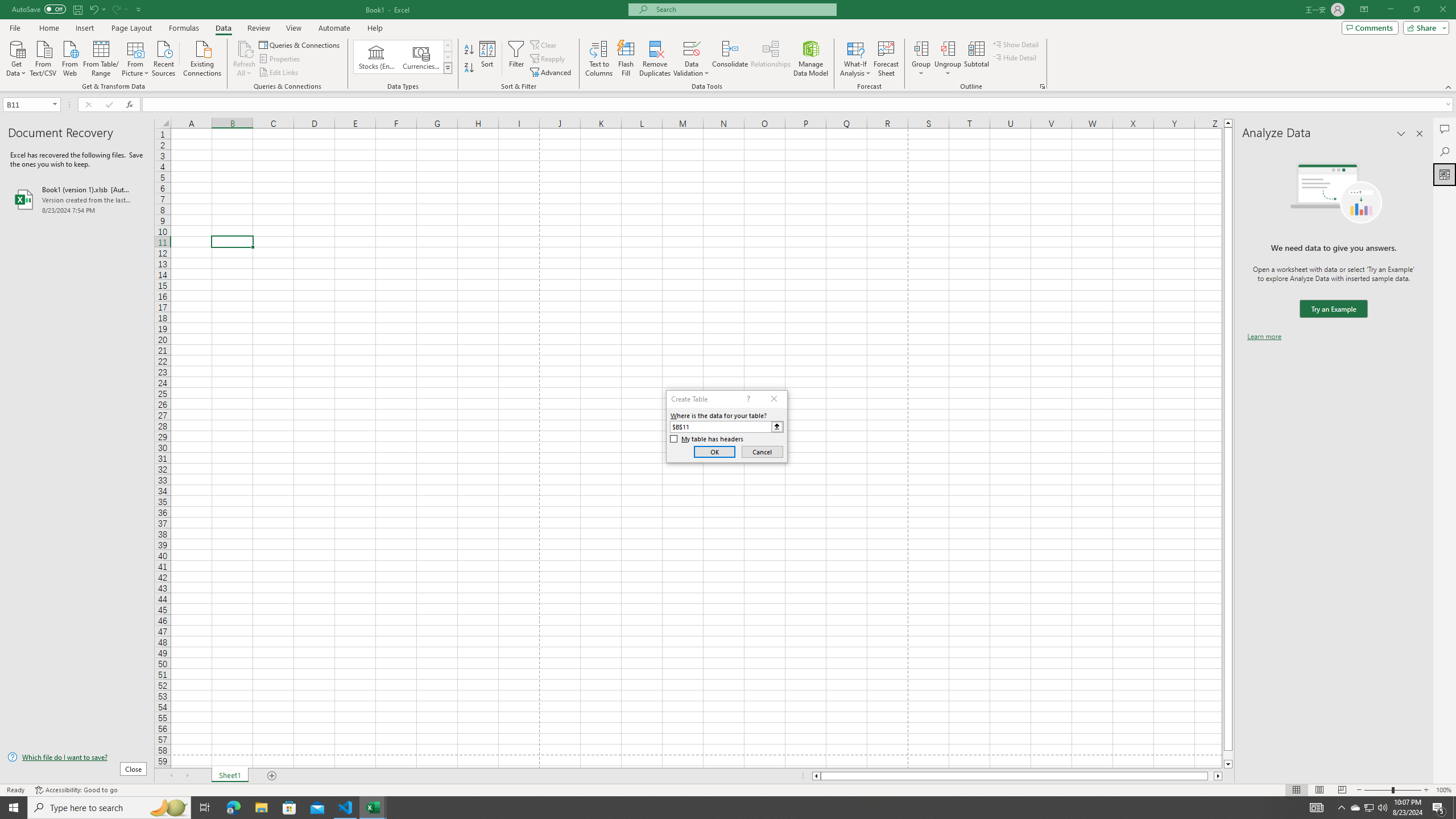 The width and height of the screenshot is (1456, 819). Describe the element at coordinates (1444, 152) in the screenshot. I see `'Search'` at that location.